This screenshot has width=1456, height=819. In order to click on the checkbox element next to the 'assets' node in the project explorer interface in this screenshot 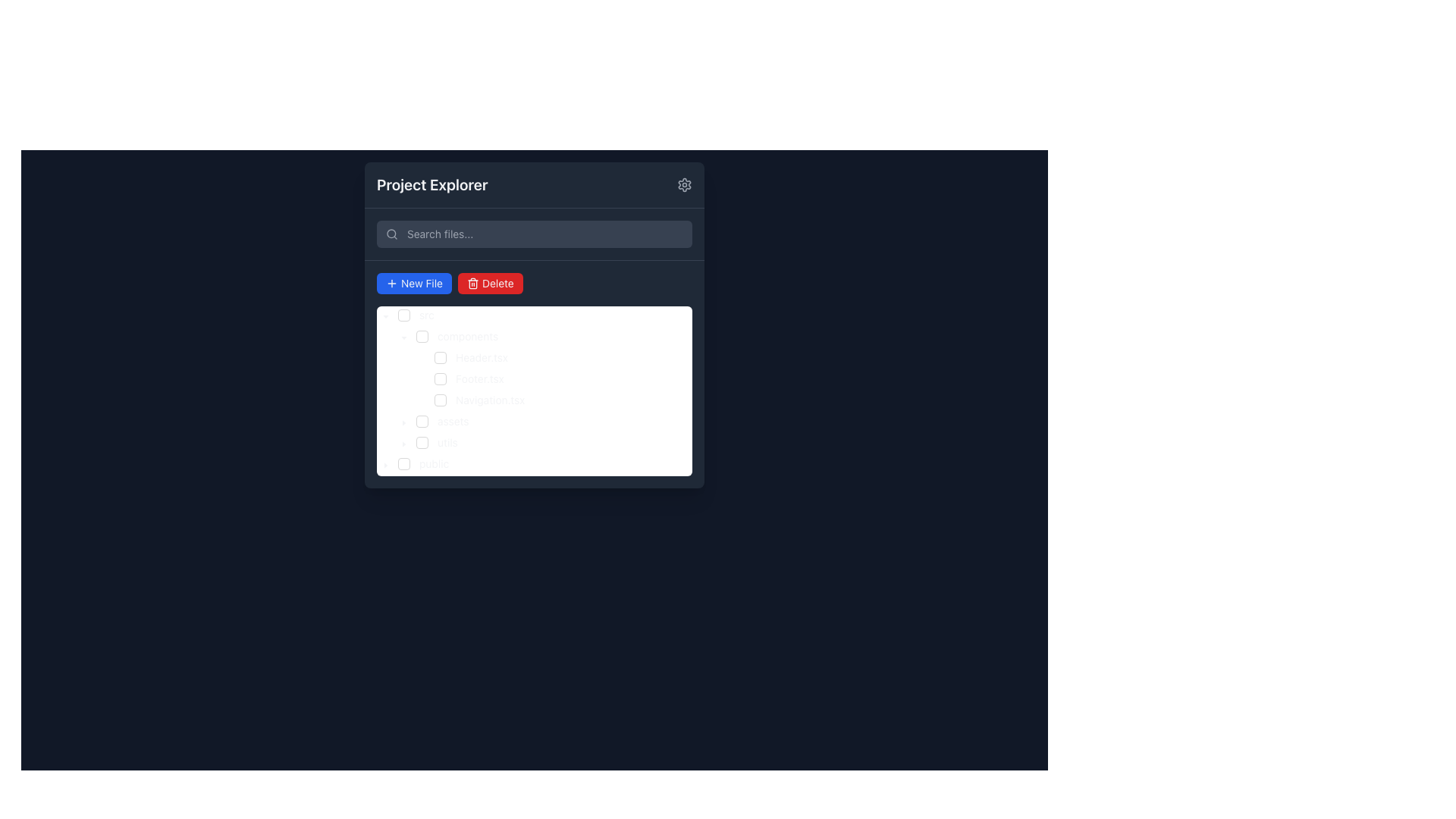, I will do `click(422, 421)`.